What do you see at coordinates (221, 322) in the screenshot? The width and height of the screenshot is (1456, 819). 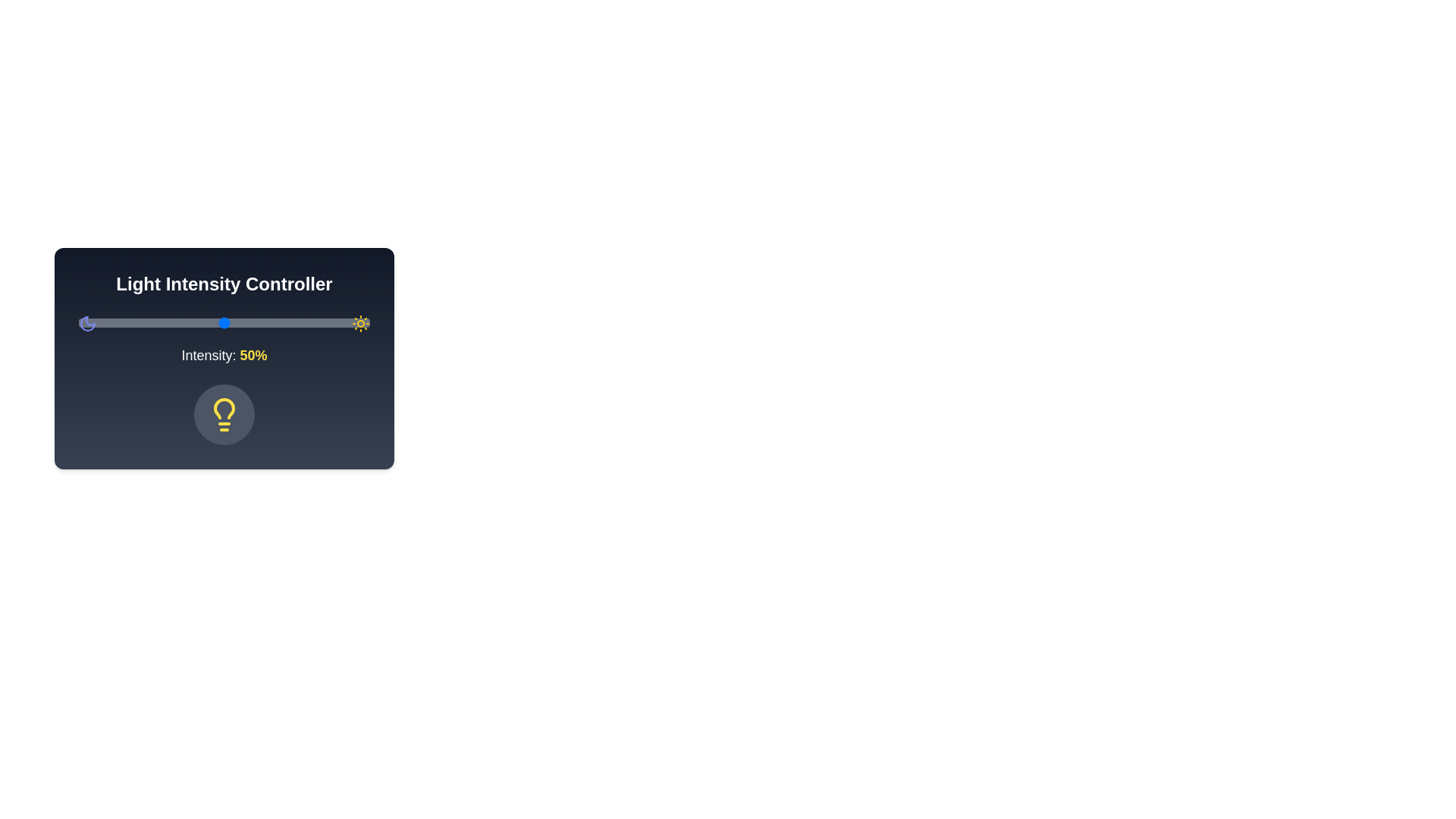 I see `the light intensity to 49% by moving the slider` at bounding box center [221, 322].